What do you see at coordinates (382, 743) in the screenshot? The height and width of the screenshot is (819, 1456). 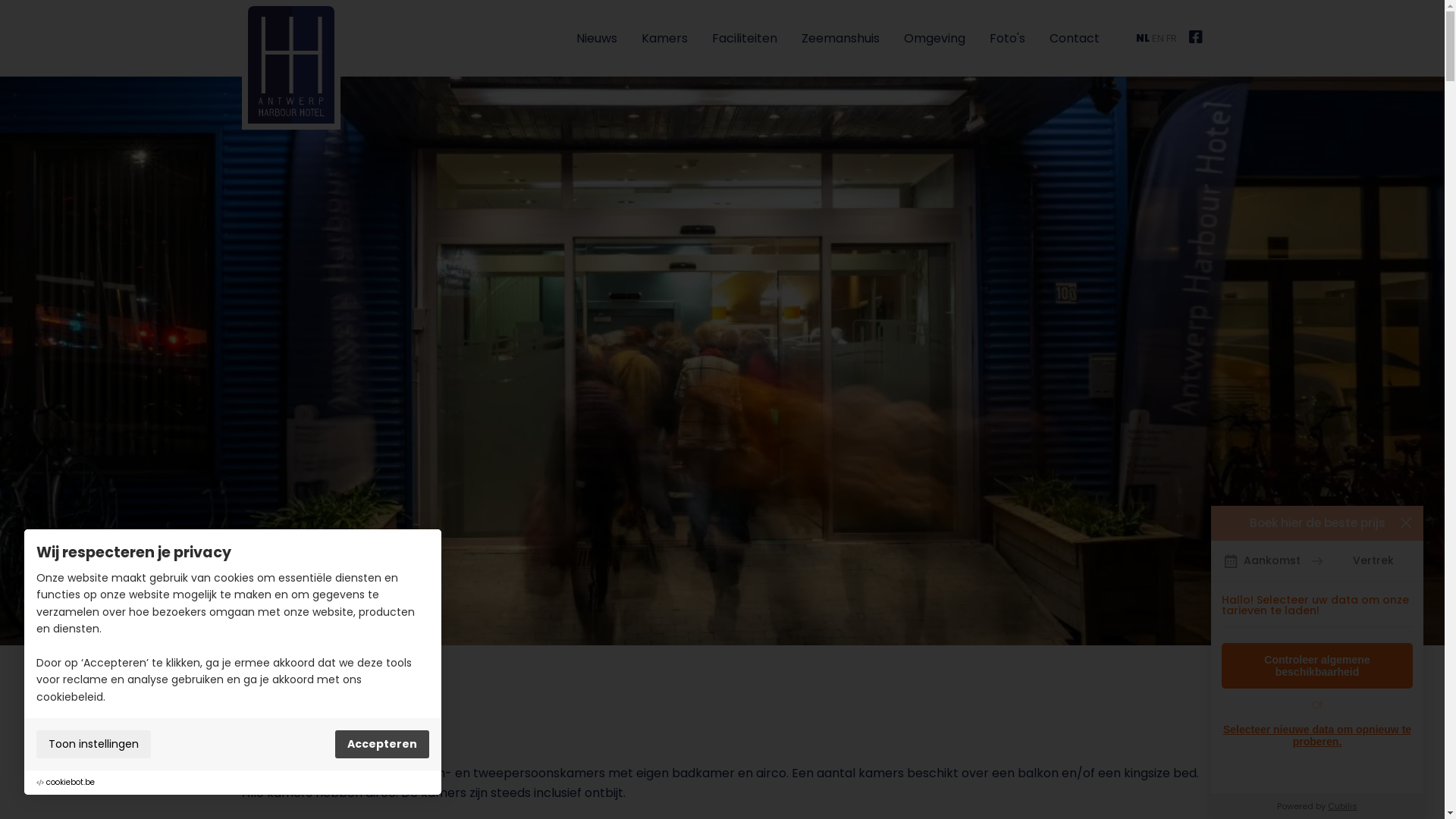 I see `'Accepteren'` at bounding box center [382, 743].